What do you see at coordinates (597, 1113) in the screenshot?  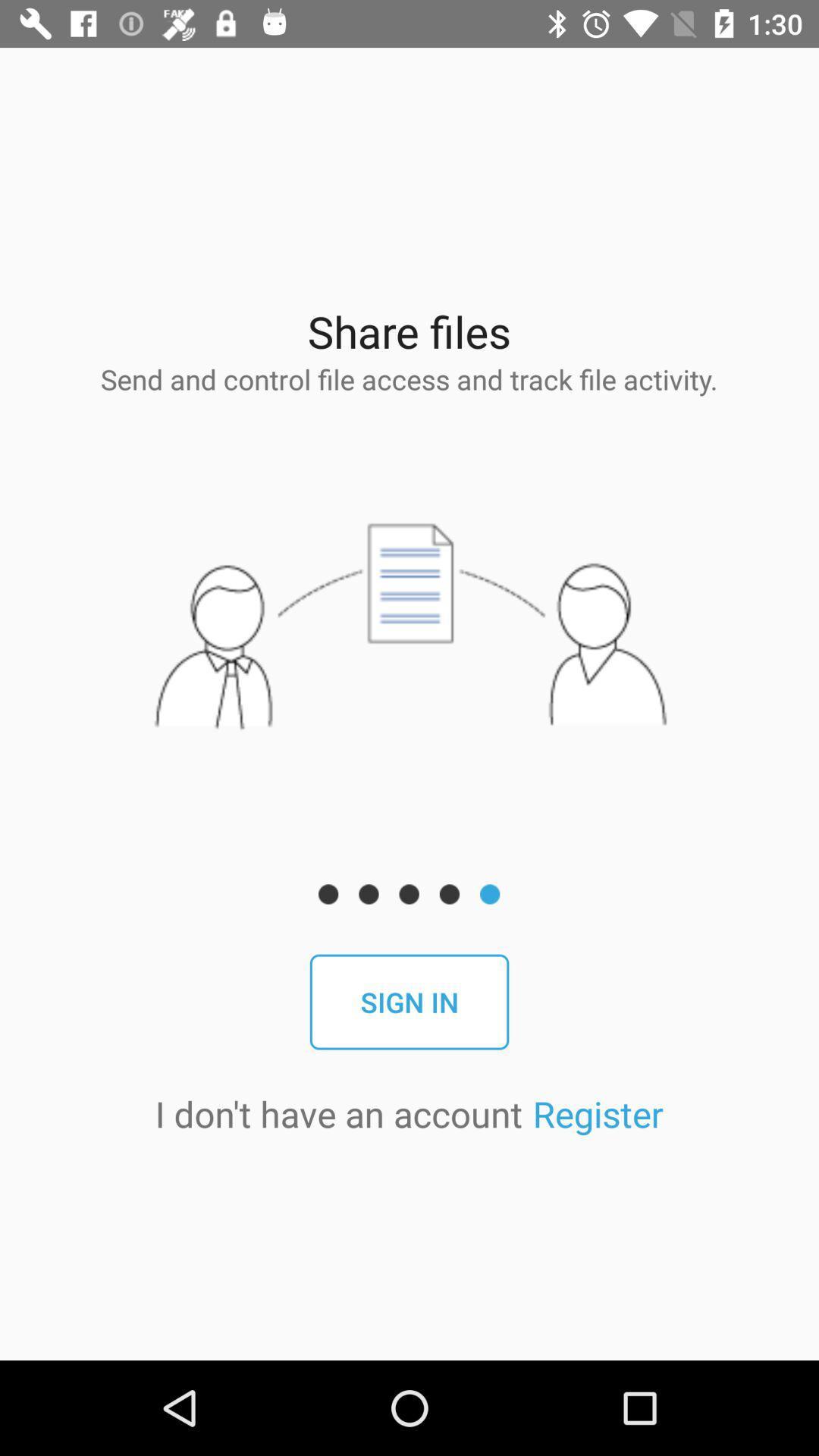 I see `the icon to the right of i don t` at bounding box center [597, 1113].